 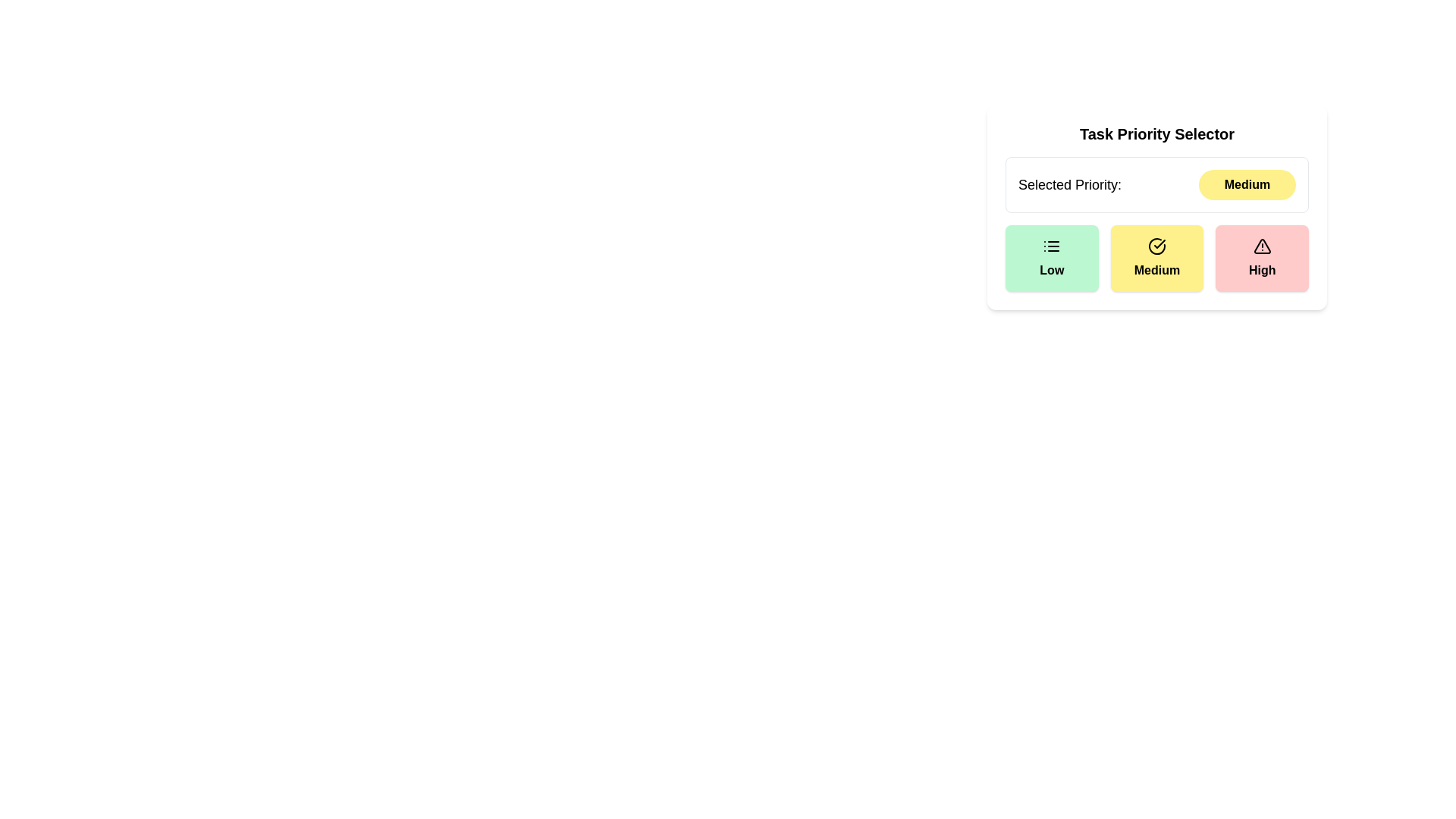 What do you see at coordinates (1156, 257) in the screenshot?
I see `the priority level Medium by clicking on the corresponding button` at bounding box center [1156, 257].